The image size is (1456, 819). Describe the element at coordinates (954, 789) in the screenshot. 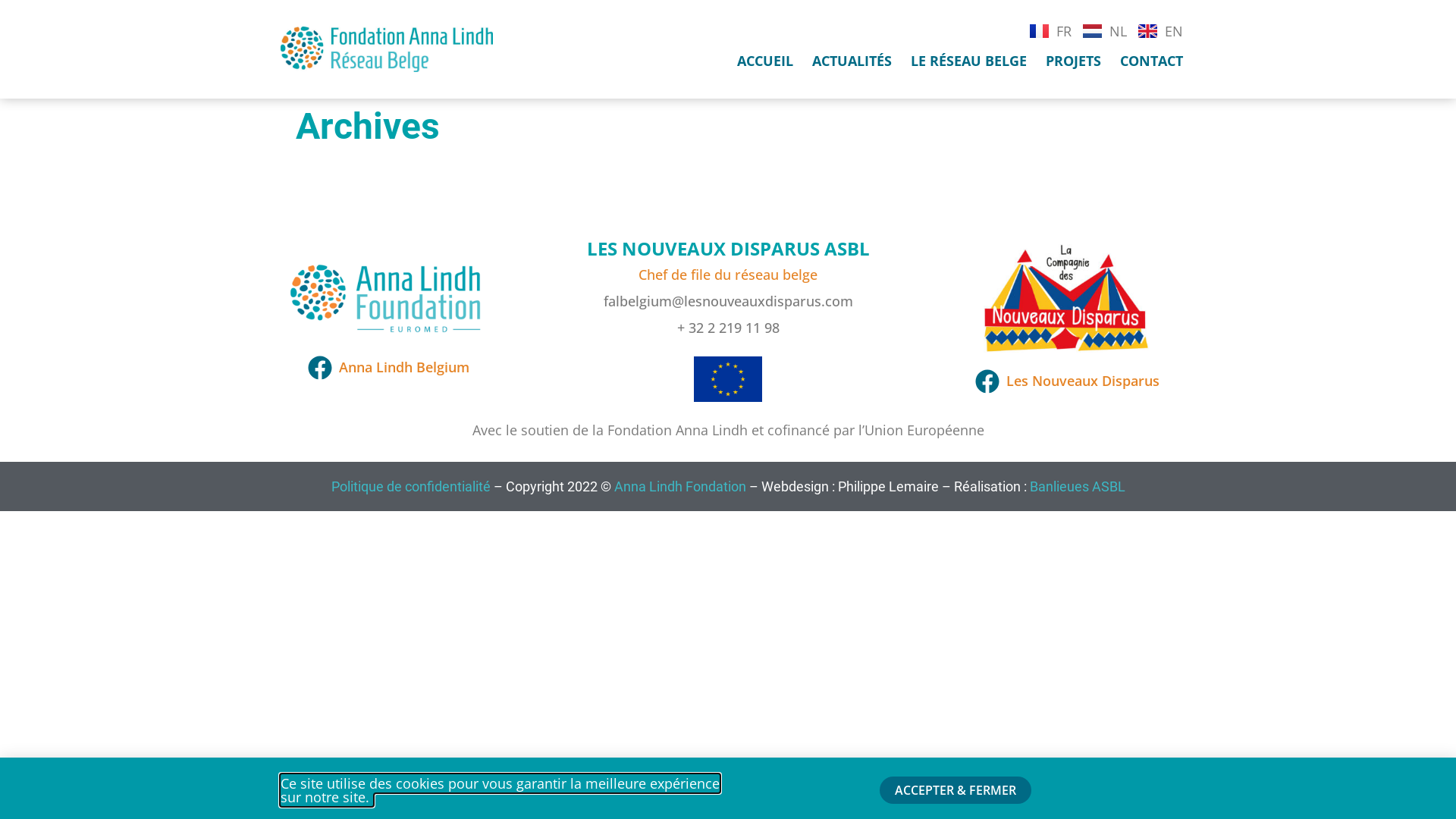

I see `'ACCEPTER & FERMER'` at that location.